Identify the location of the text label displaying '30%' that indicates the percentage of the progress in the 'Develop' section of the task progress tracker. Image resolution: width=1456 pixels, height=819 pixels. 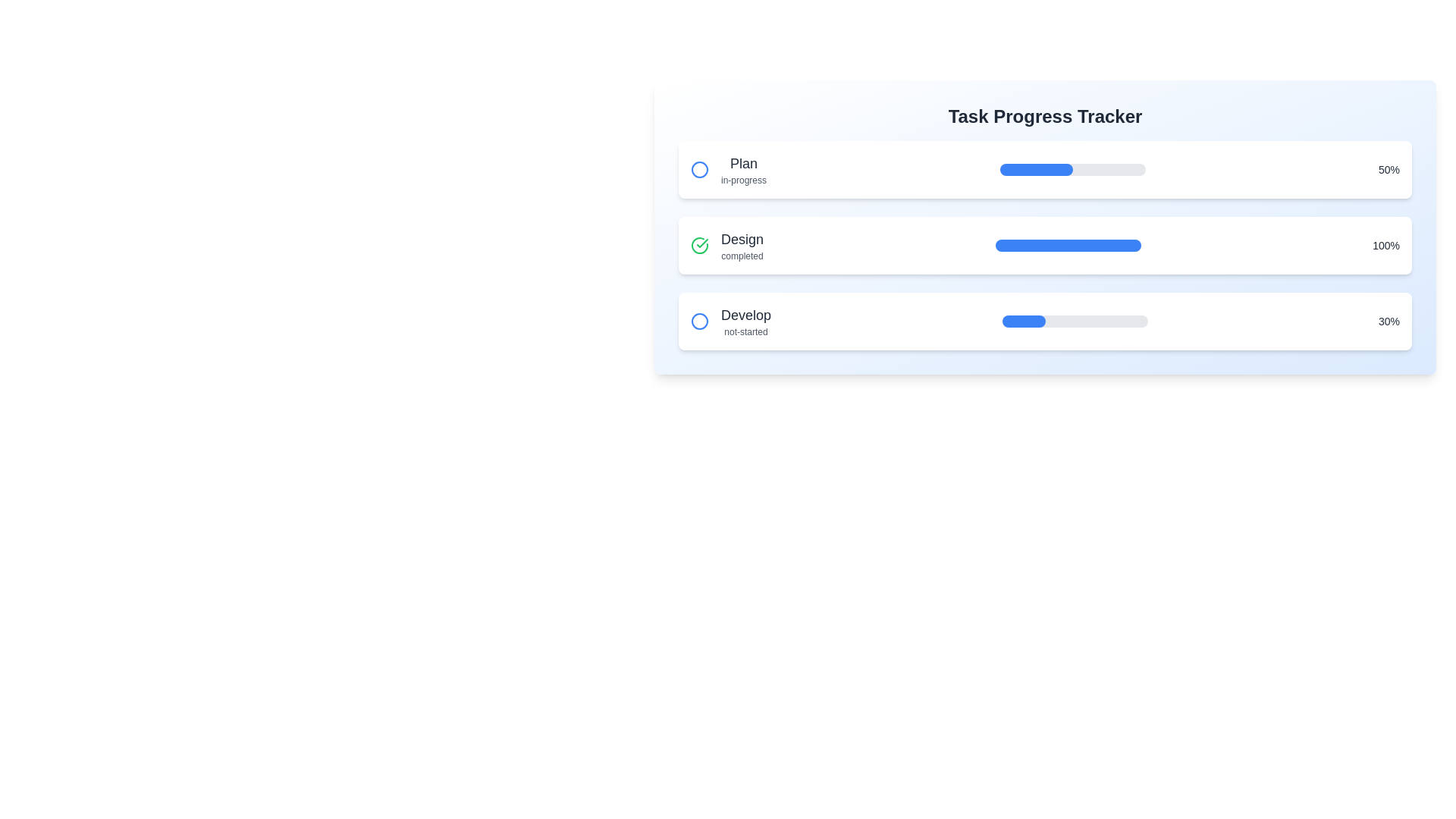
(1389, 321).